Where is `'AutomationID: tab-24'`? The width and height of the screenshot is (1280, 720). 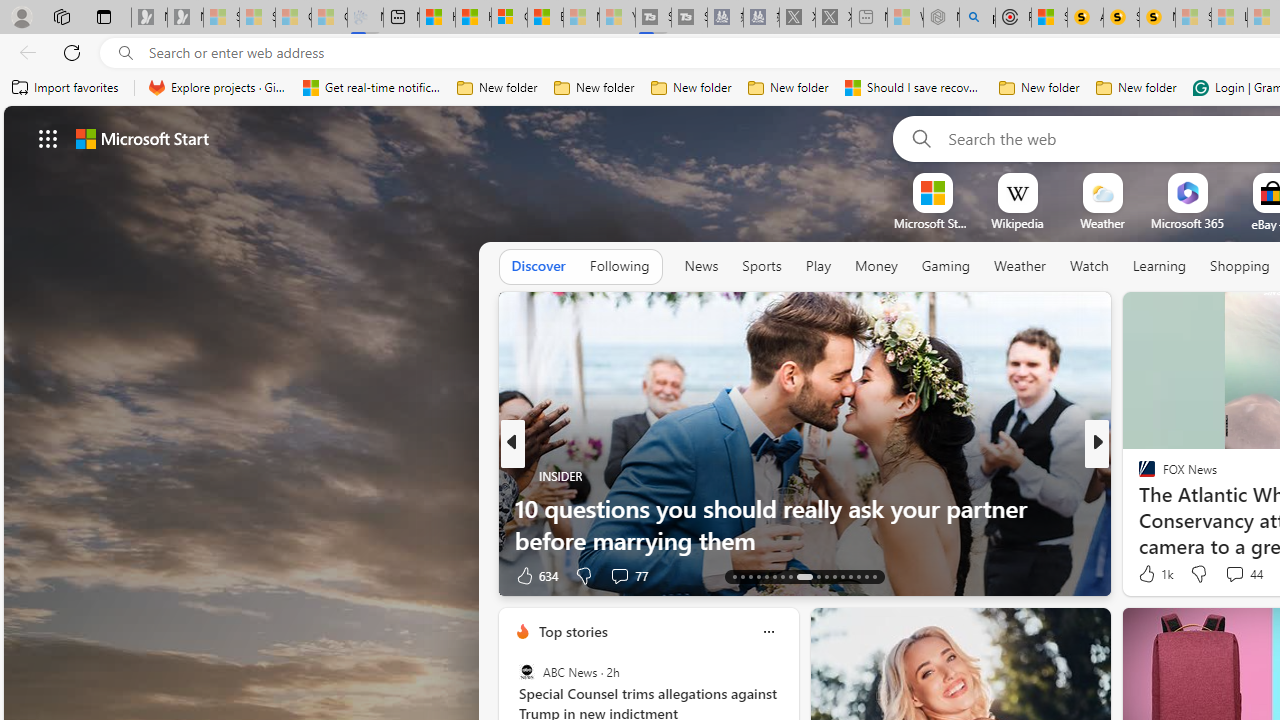 'AutomationID: tab-24' is located at coordinates (833, 577).